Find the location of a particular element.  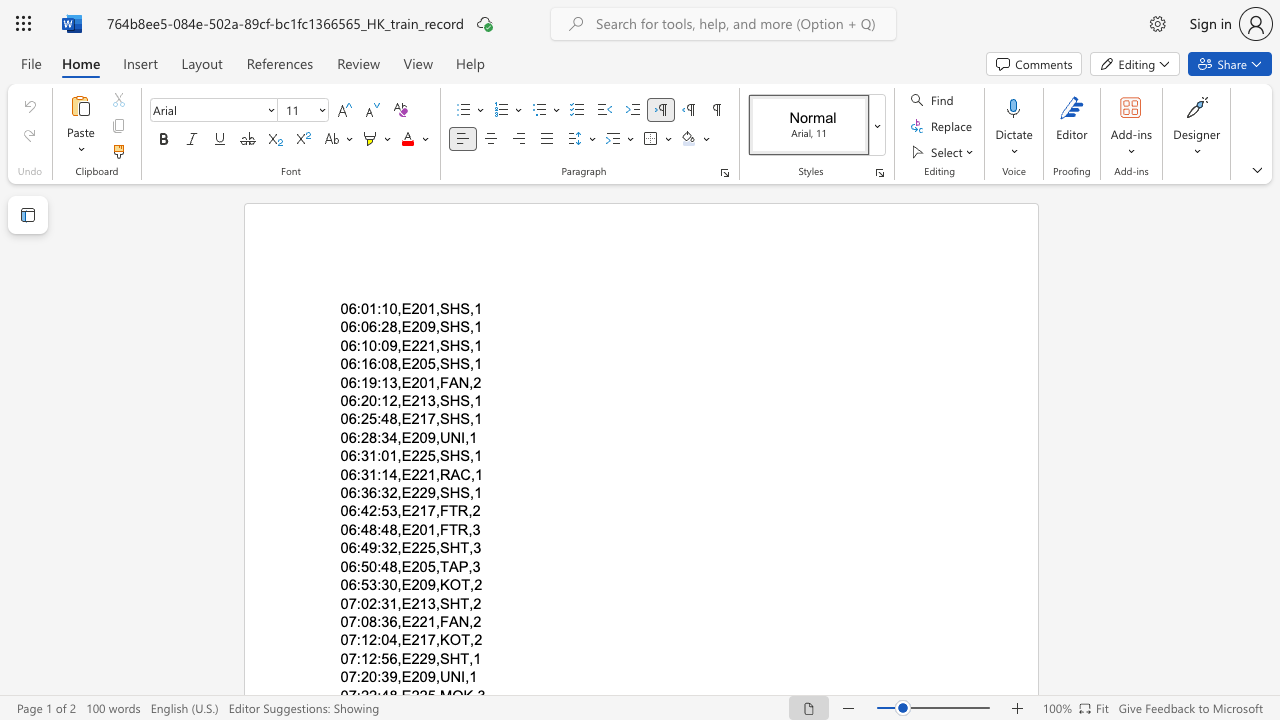

the subset text ",1" within the text "06:31:01,E225,SHS,1" is located at coordinates (469, 456).